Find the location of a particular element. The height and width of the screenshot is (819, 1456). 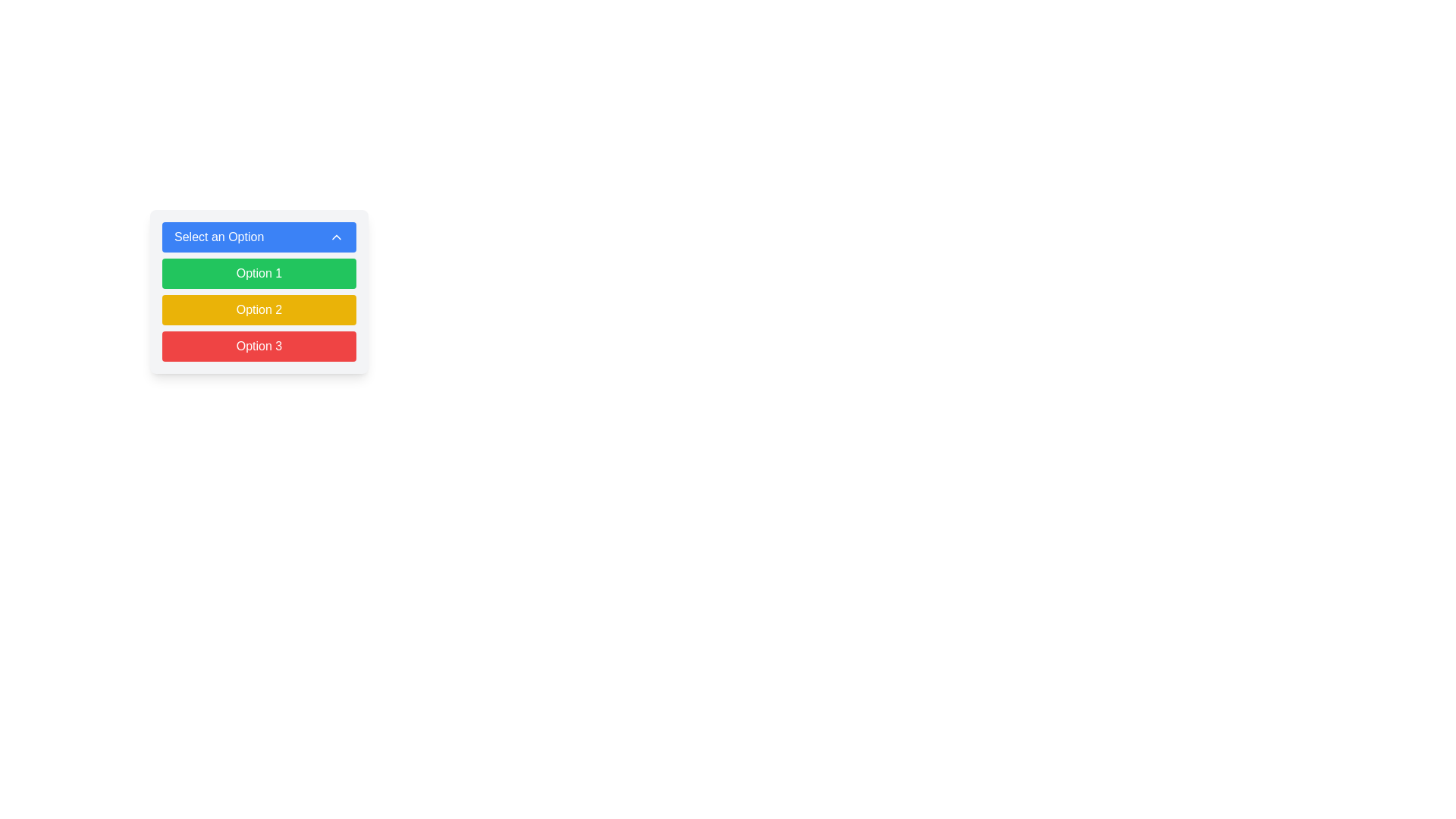

the Dropdown menu at the specified coordinates is located at coordinates (259, 292).